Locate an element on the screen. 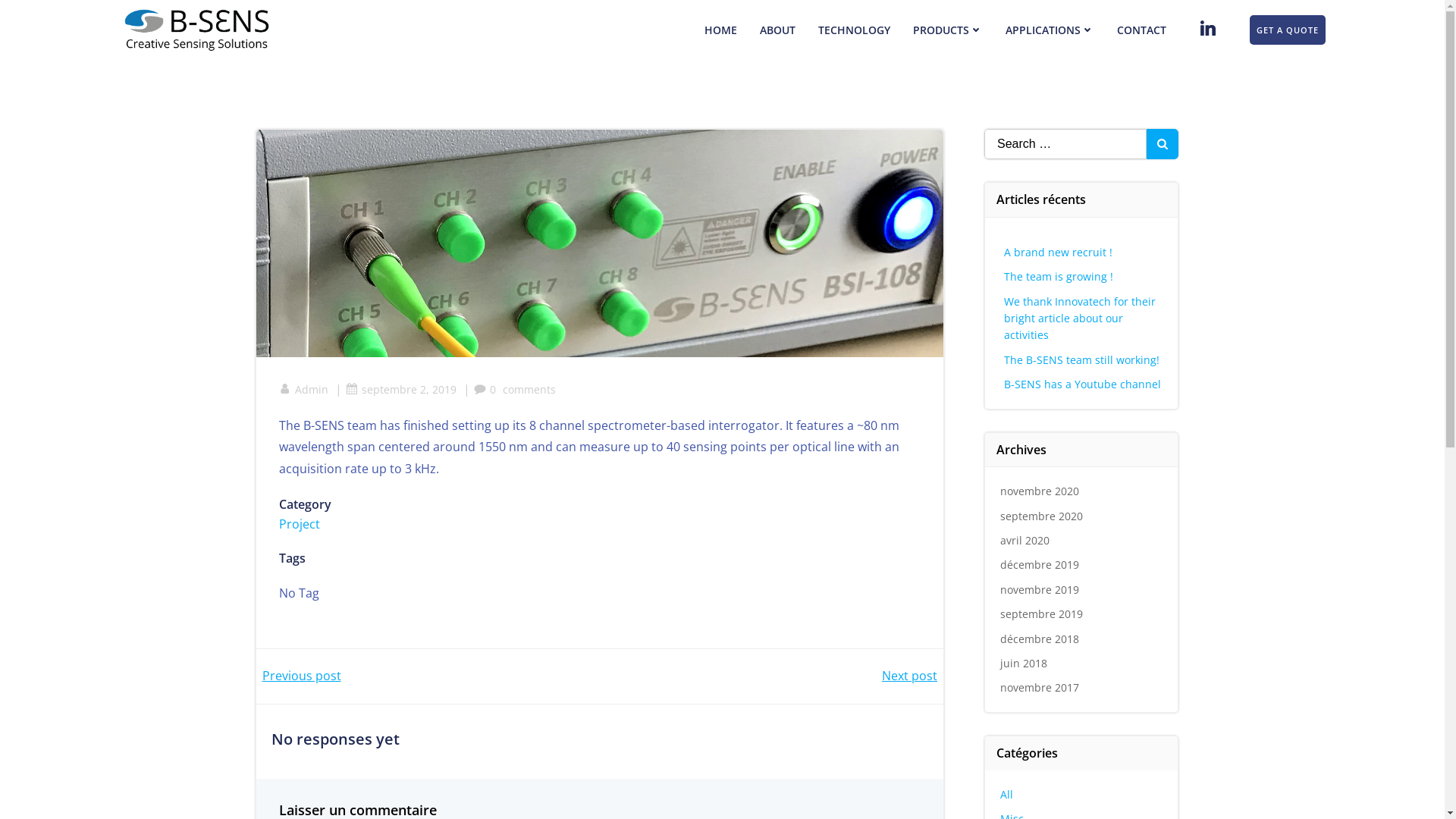  'ABOUT' is located at coordinates (777, 30).